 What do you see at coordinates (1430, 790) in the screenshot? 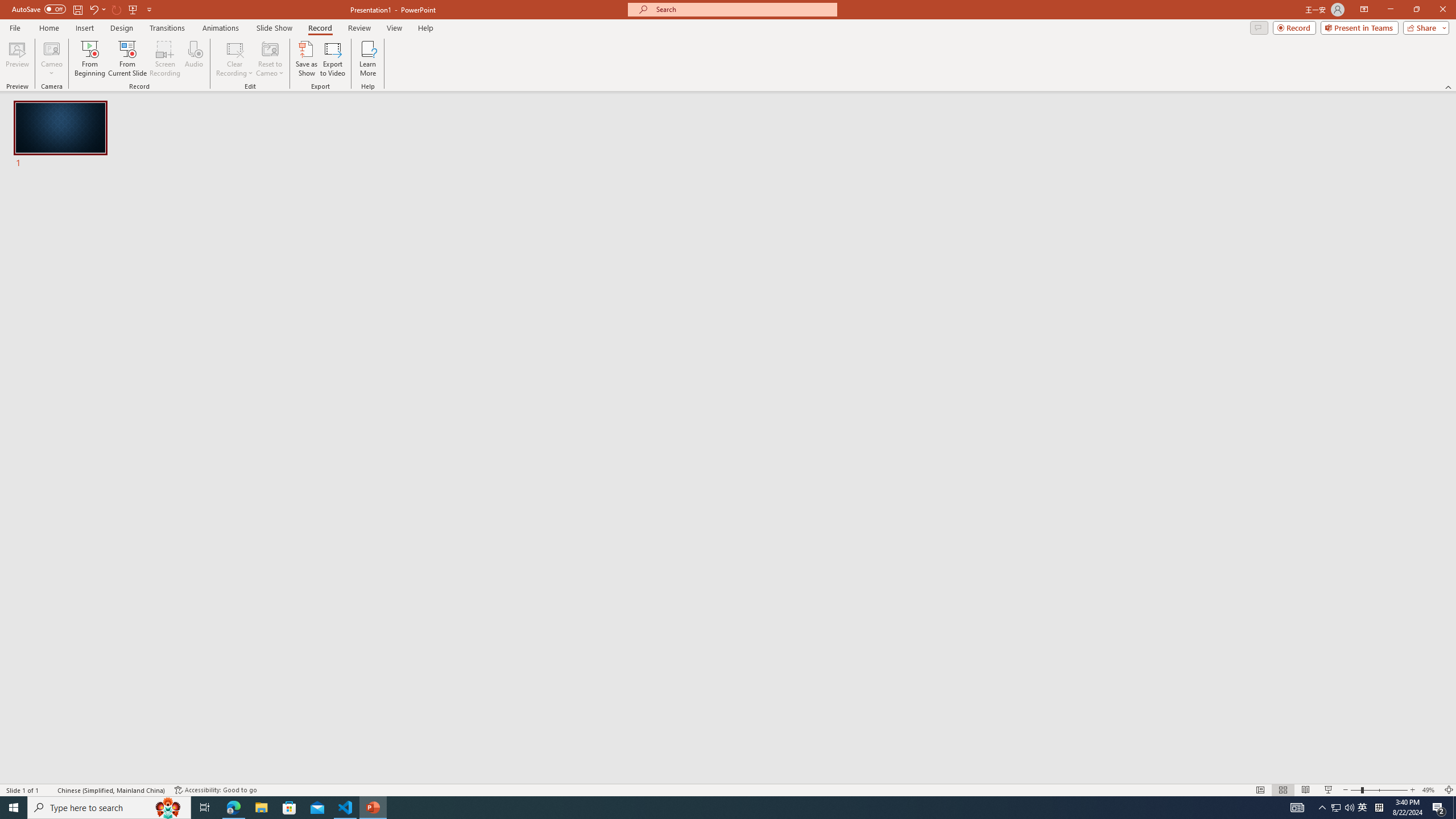
I see `'Zoom 49%'` at bounding box center [1430, 790].